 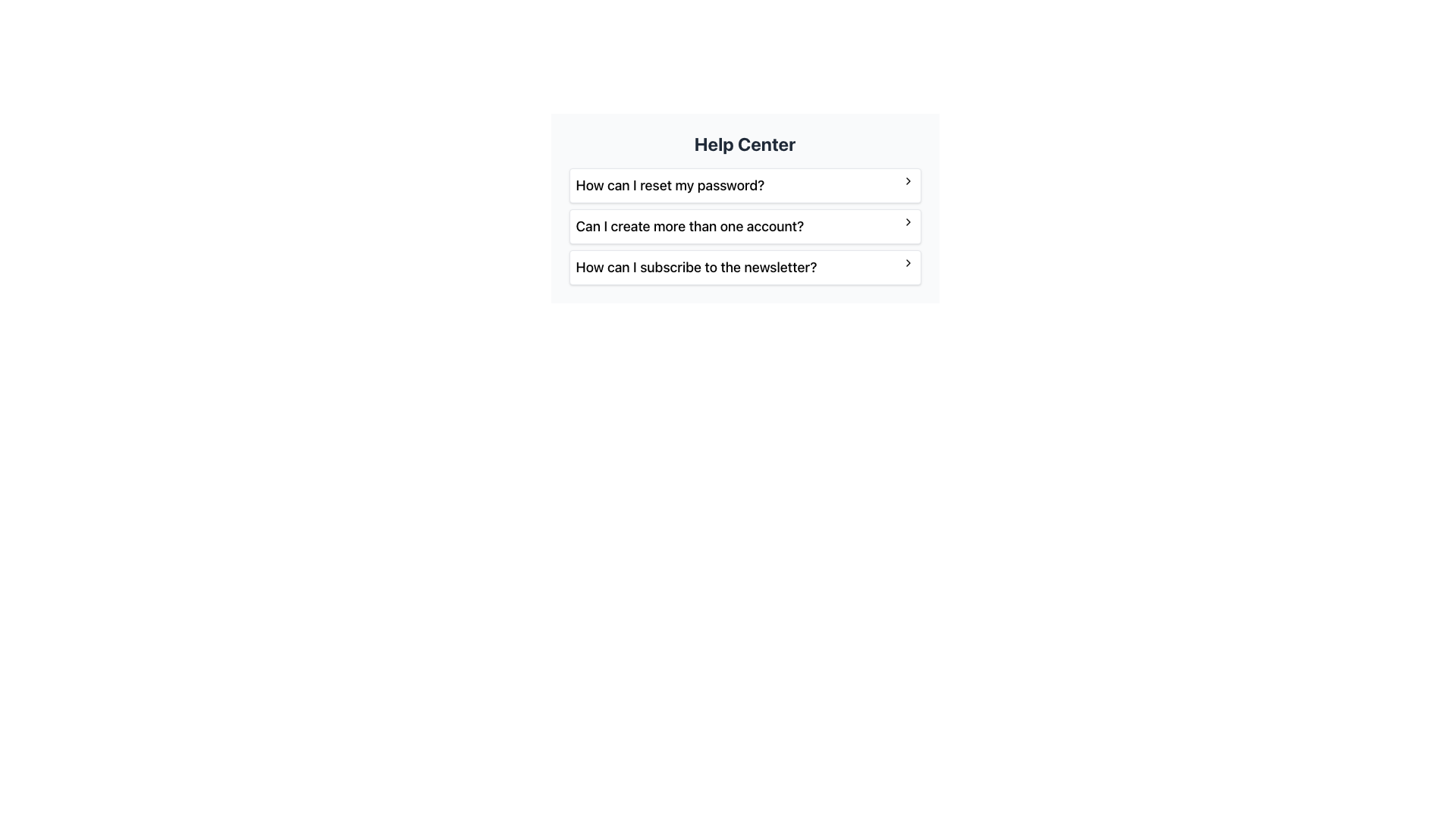 What do you see at coordinates (908, 262) in the screenshot?
I see `the downward-facing chevron icon at the right end of the row containing the text 'How can I subscribe to the newsletter?' for a tooltip or visual response` at bounding box center [908, 262].